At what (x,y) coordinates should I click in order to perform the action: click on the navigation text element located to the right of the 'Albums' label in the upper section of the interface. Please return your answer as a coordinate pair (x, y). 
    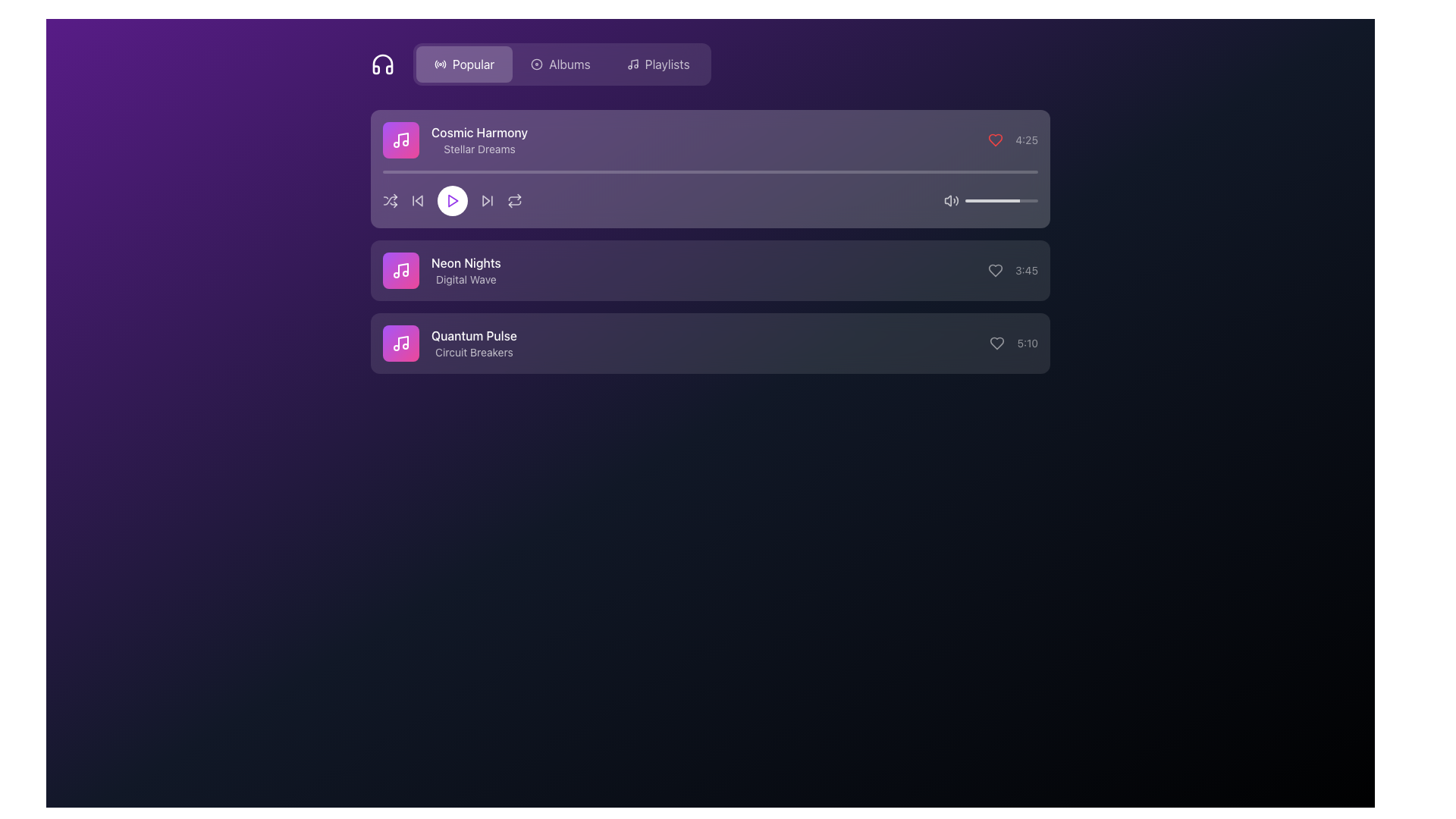
    Looking at the image, I should click on (667, 63).